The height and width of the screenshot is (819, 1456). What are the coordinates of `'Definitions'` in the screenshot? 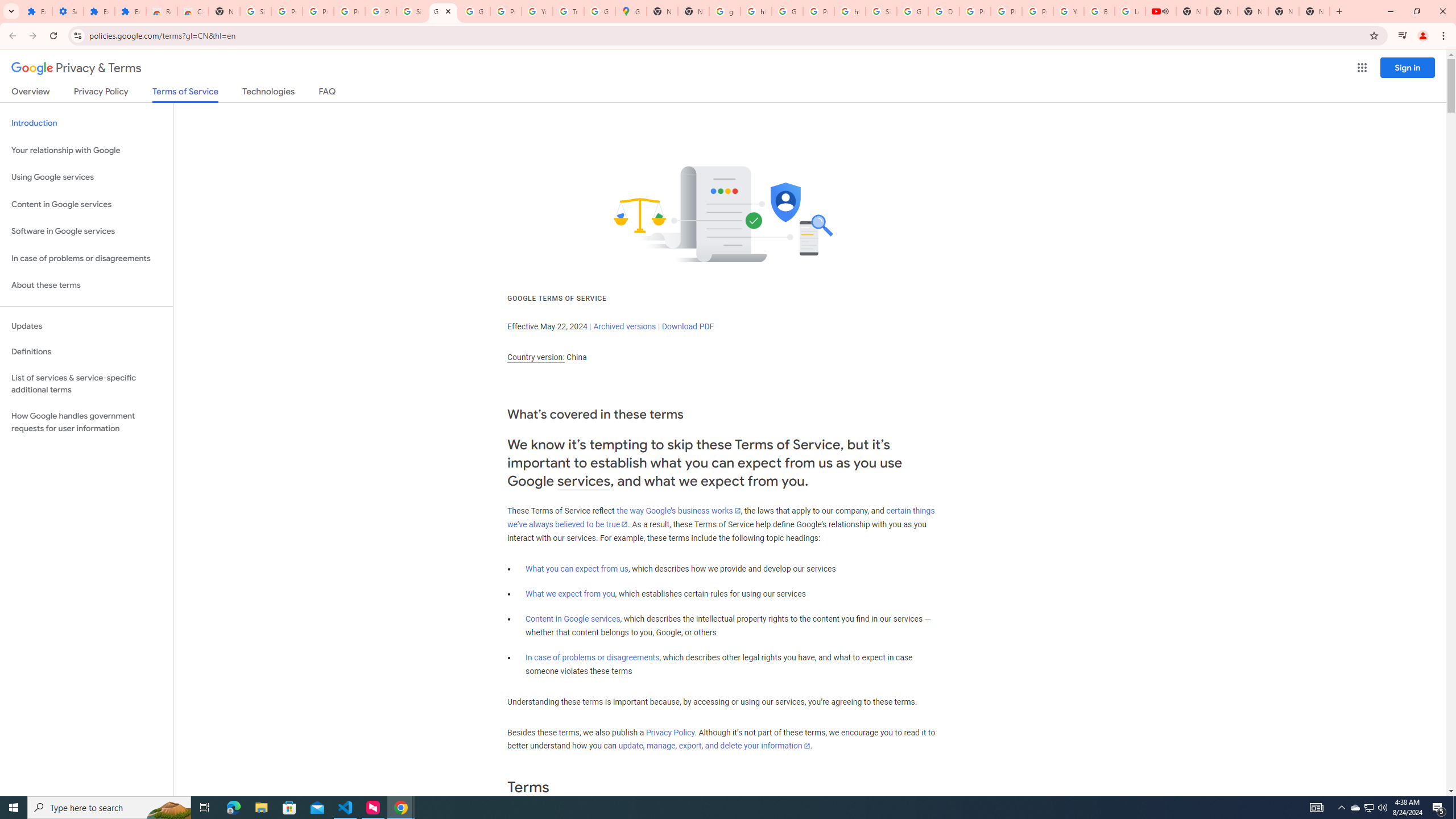 It's located at (86, 351).